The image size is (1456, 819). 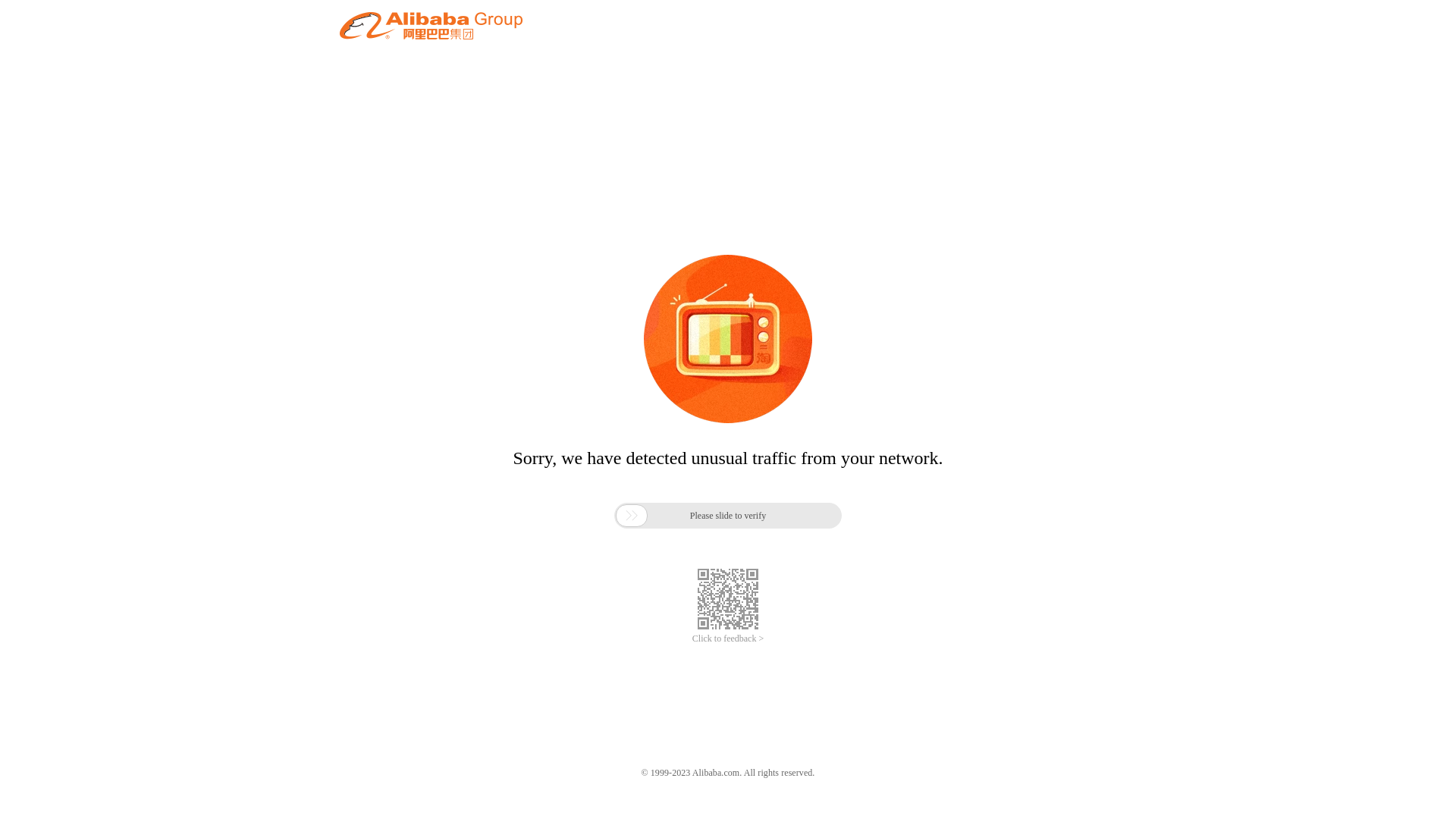 What do you see at coordinates (691, 639) in the screenshot?
I see `'Click to feedback >'` at bounding box center [691, 639].